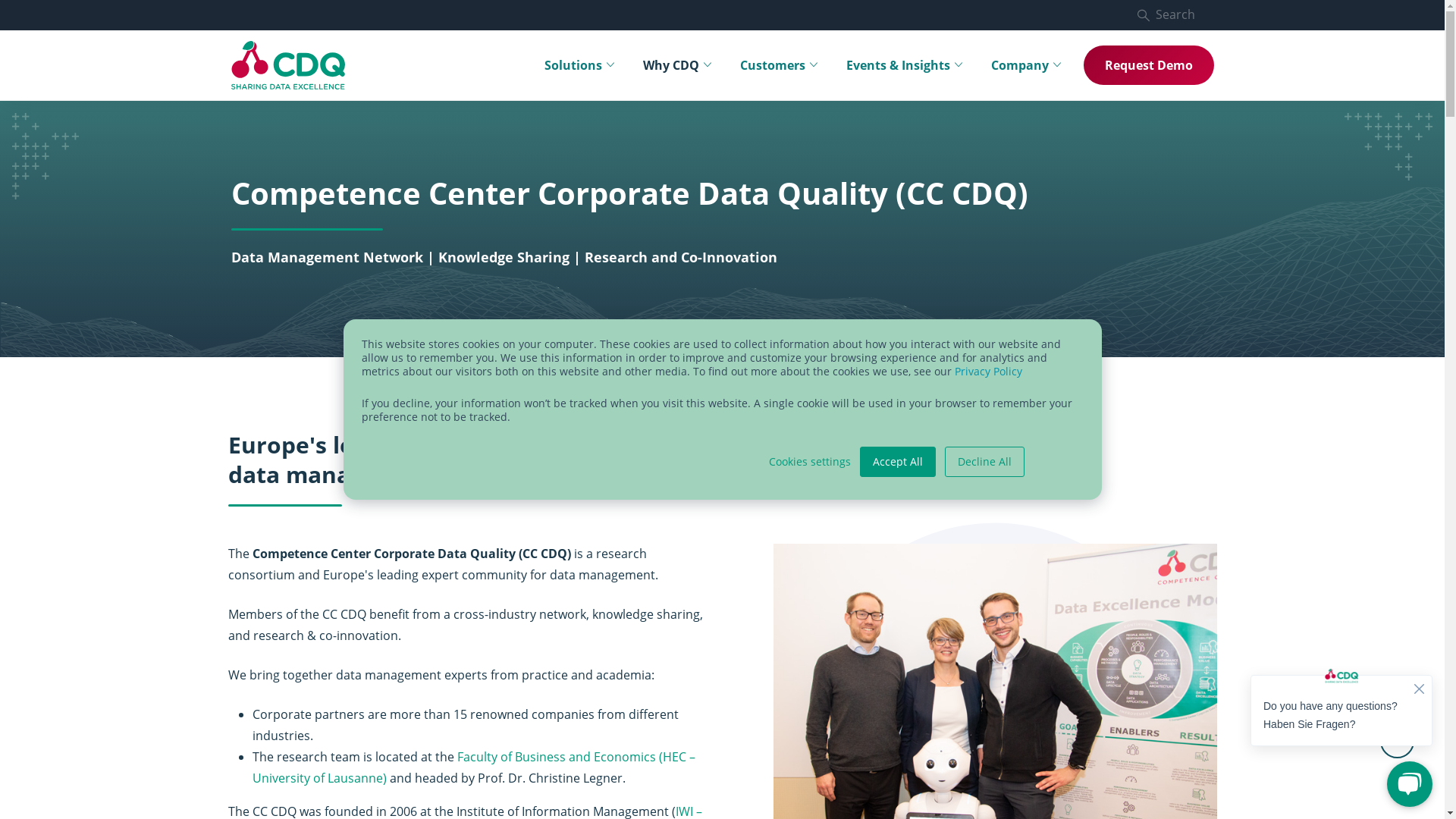  Describe the element at coordinates (1147, 64) in the screenshot. I see `'Request Demo'` at that location.